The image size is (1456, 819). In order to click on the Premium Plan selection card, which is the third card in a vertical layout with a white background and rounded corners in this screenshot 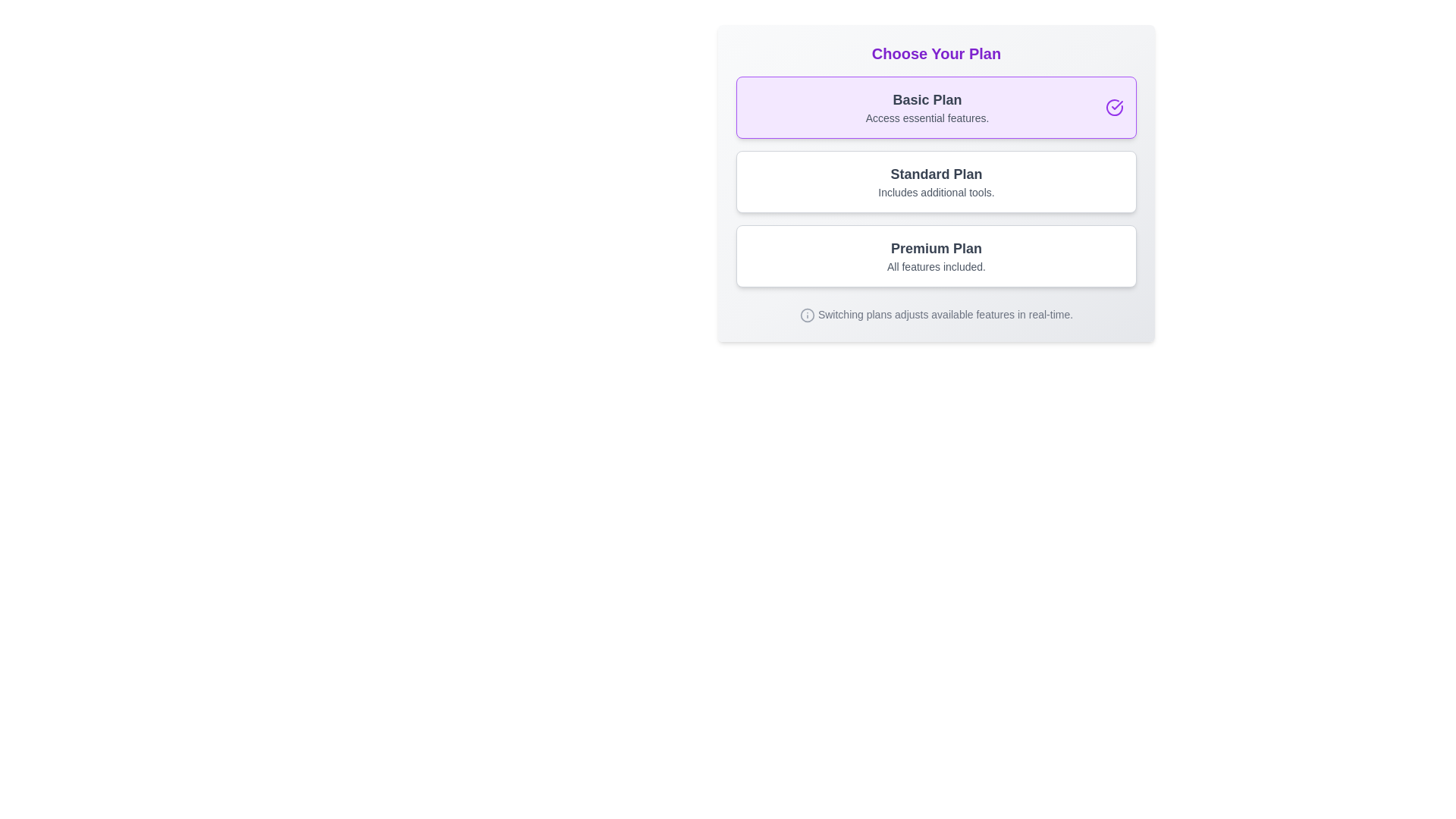, I will do `click(935, 256)`.